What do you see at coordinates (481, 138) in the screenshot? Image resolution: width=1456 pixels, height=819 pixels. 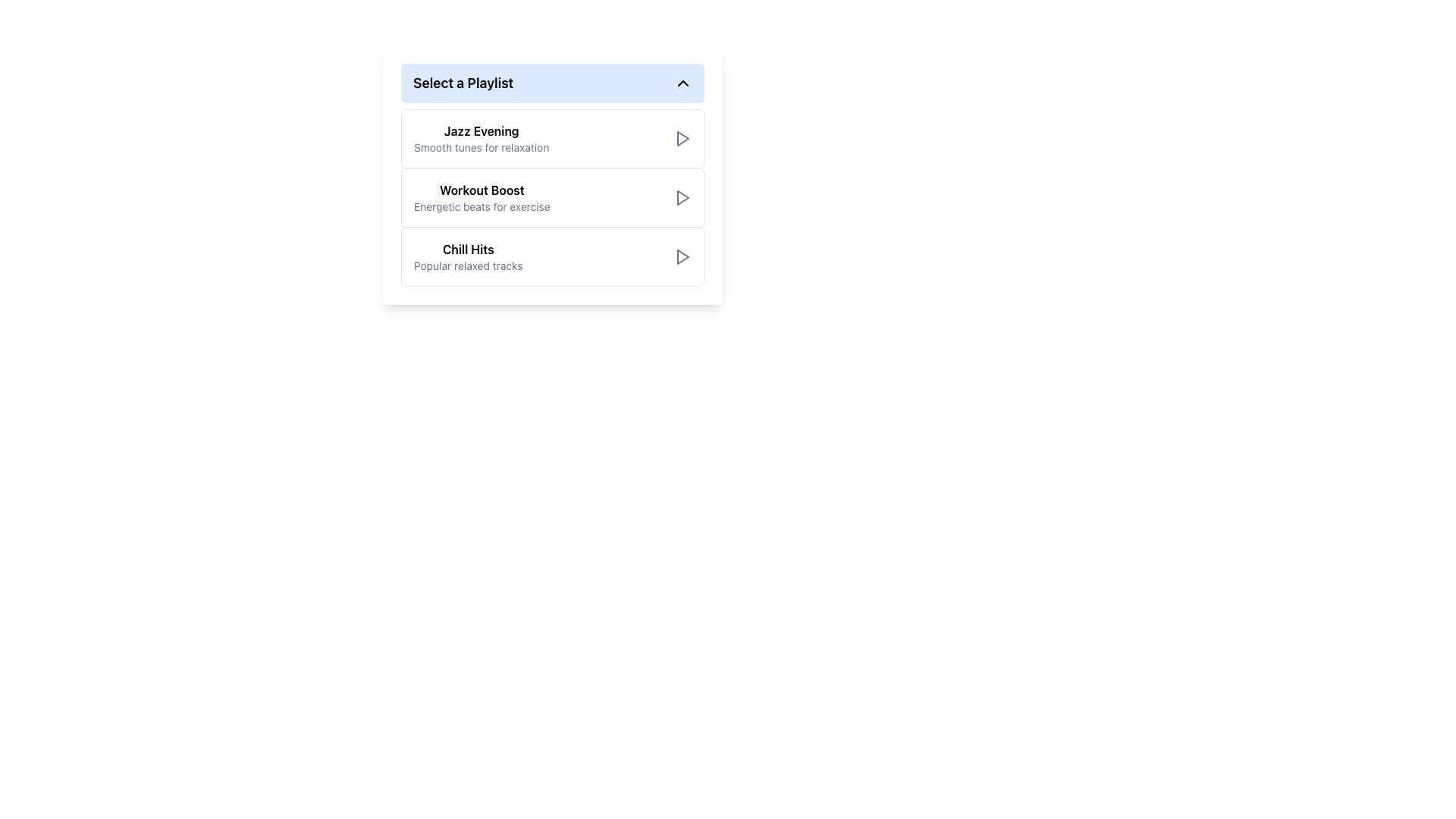 I see `the 'Jazz Evening' playlist title and description text display, which is the first card in the music selection interface under the 'Select a Playlist' heading` at bounding box center [481, 138].